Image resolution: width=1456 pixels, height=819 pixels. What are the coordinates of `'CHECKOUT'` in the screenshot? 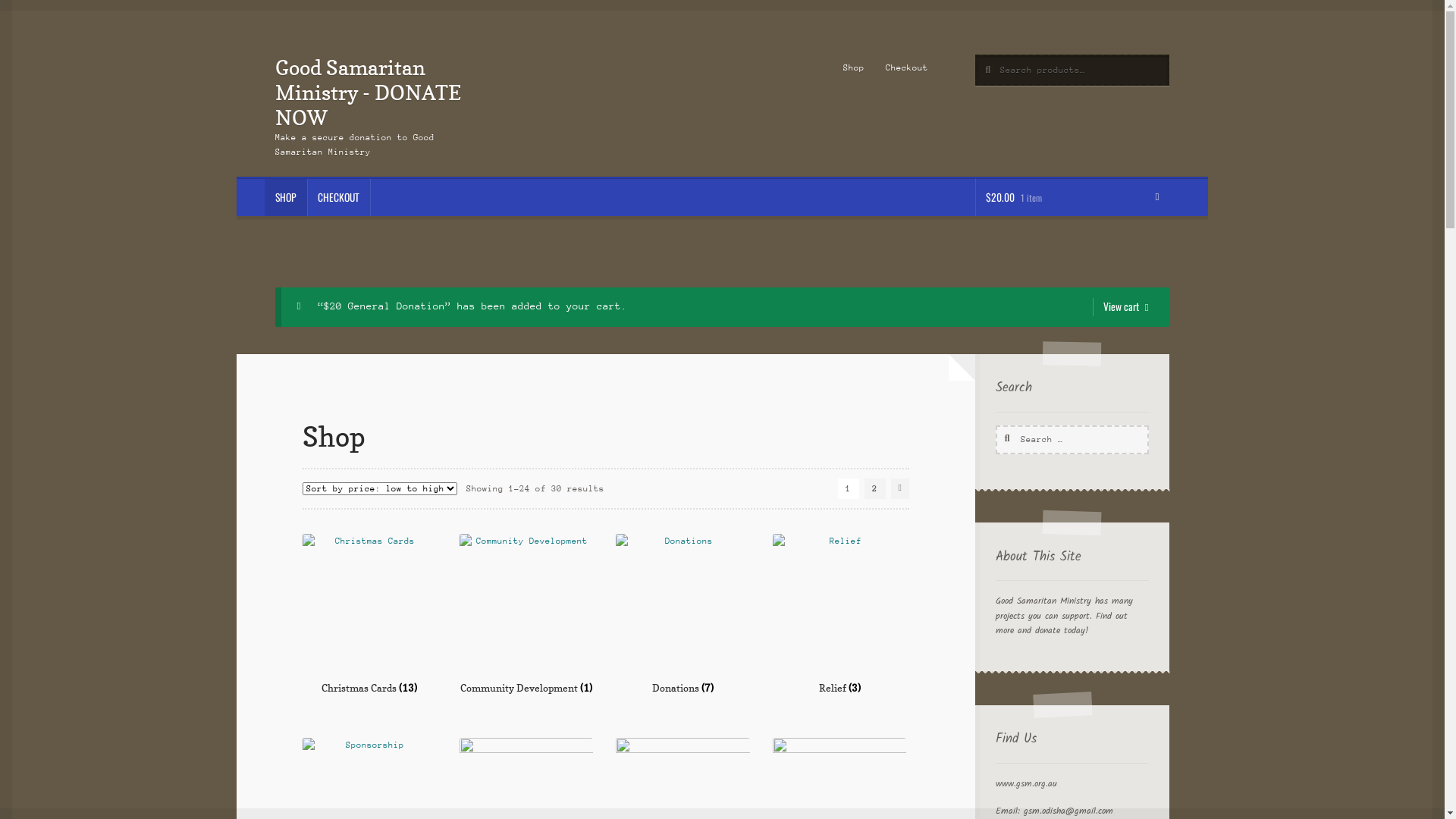 It's located at (337, 197).